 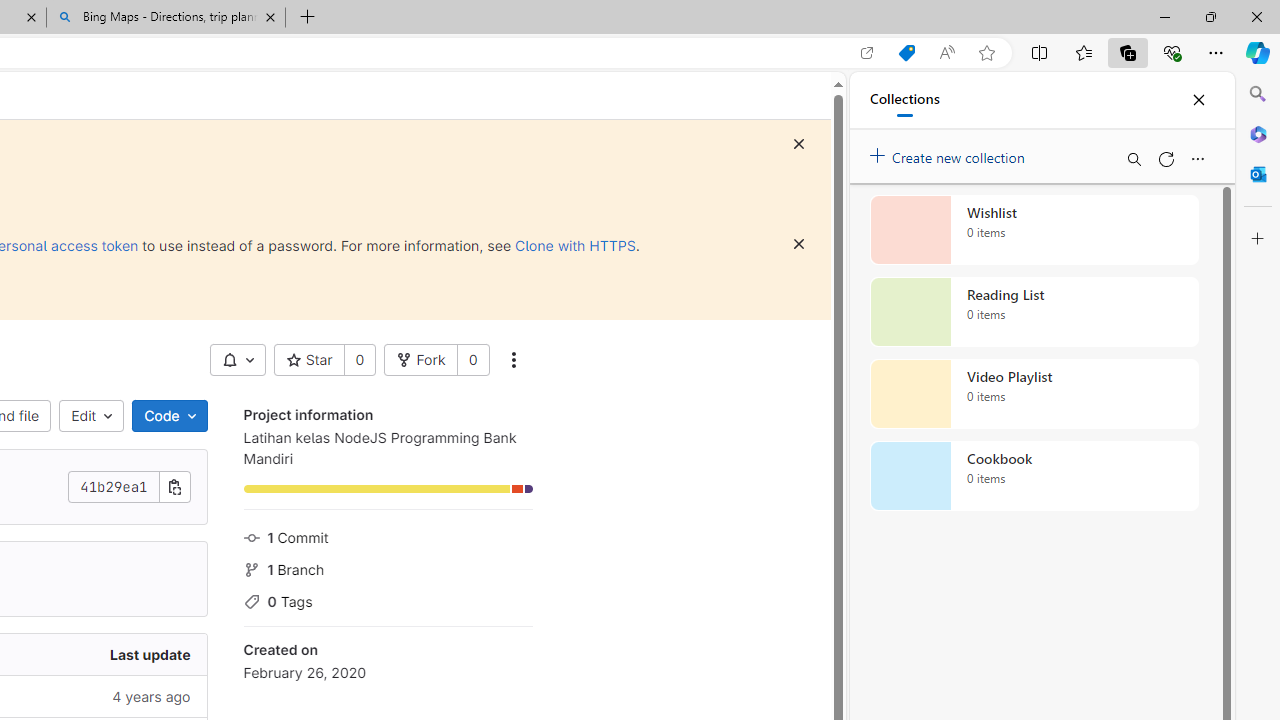 I want to click on 'More options menu', so click(x=1197, y=158).